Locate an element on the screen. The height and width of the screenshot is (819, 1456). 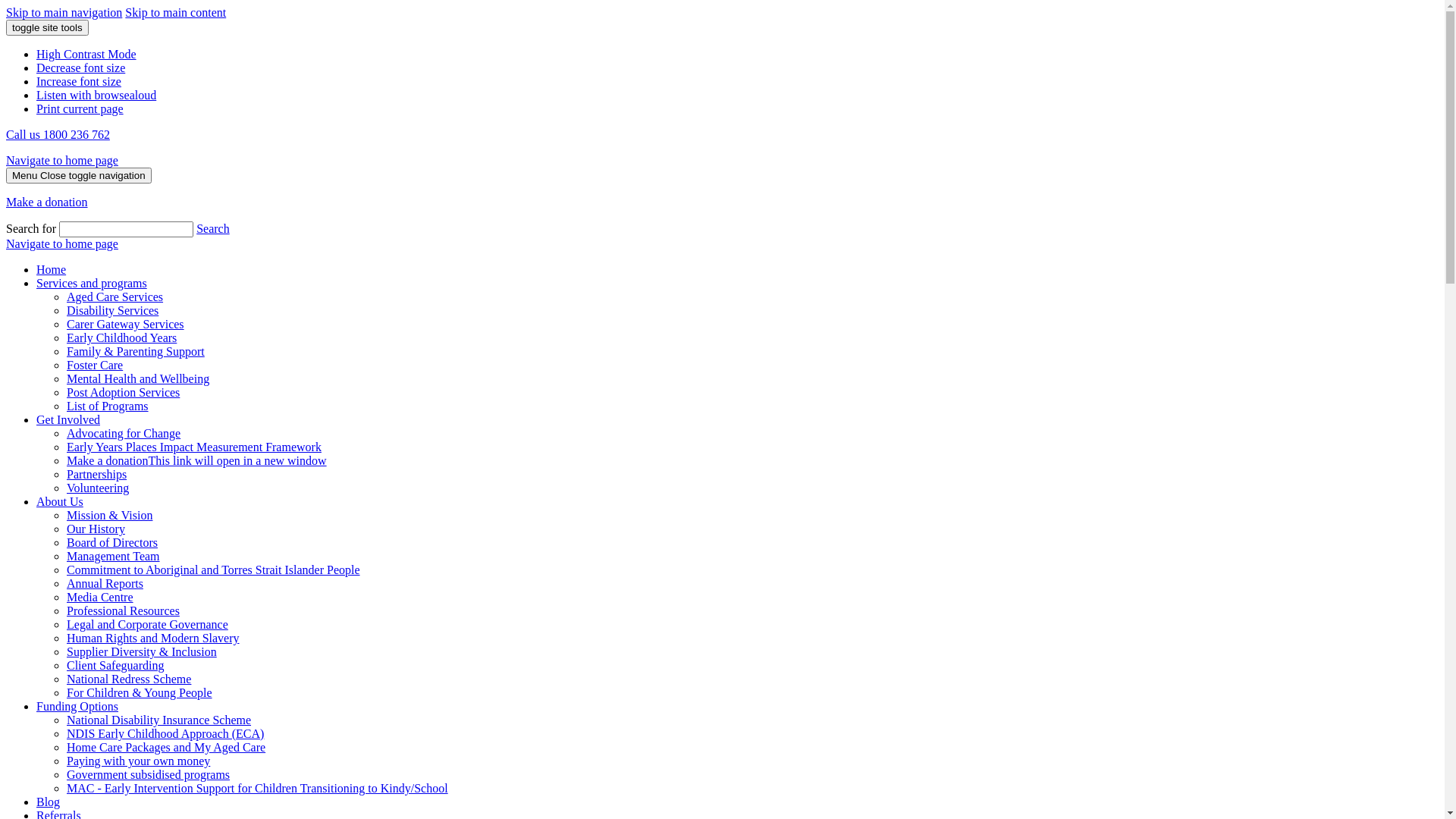
'List of Programs' is located at coordinates (65, 405).